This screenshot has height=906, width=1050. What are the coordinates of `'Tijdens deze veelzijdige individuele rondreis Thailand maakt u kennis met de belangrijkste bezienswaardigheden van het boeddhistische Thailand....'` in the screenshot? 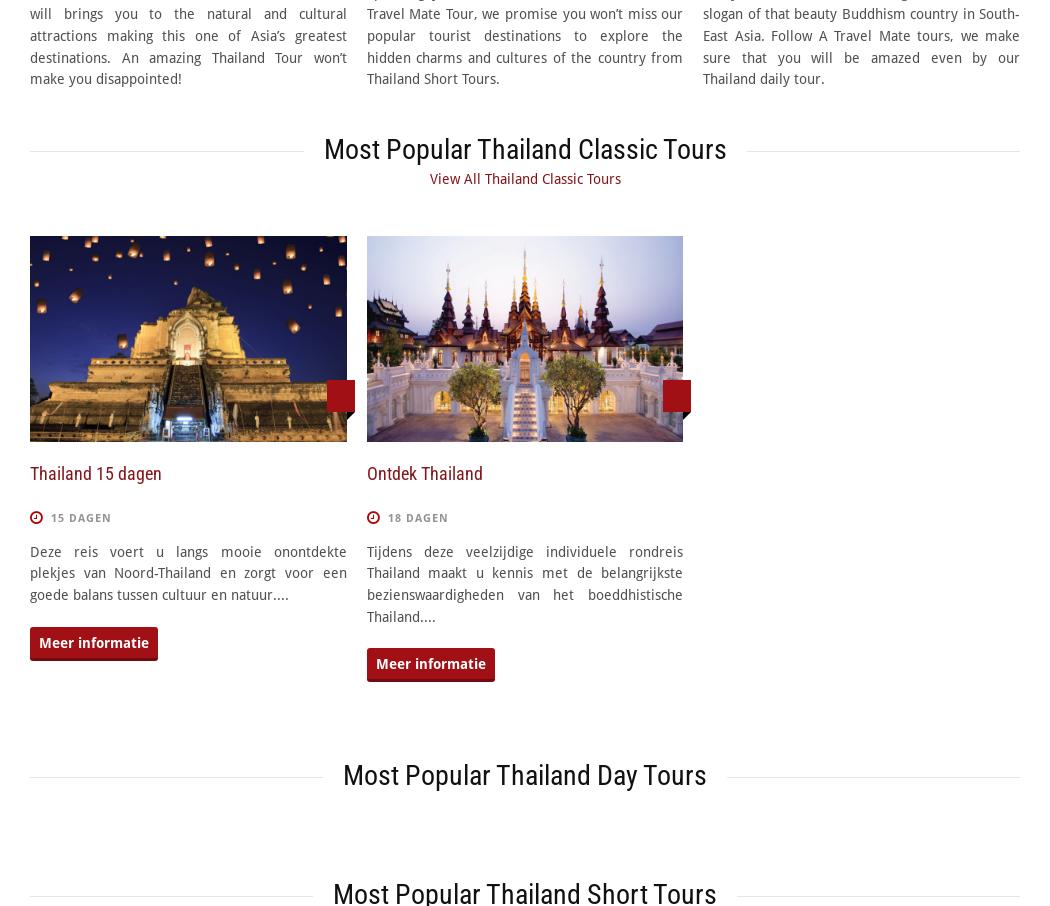 It's located at (523, 582).